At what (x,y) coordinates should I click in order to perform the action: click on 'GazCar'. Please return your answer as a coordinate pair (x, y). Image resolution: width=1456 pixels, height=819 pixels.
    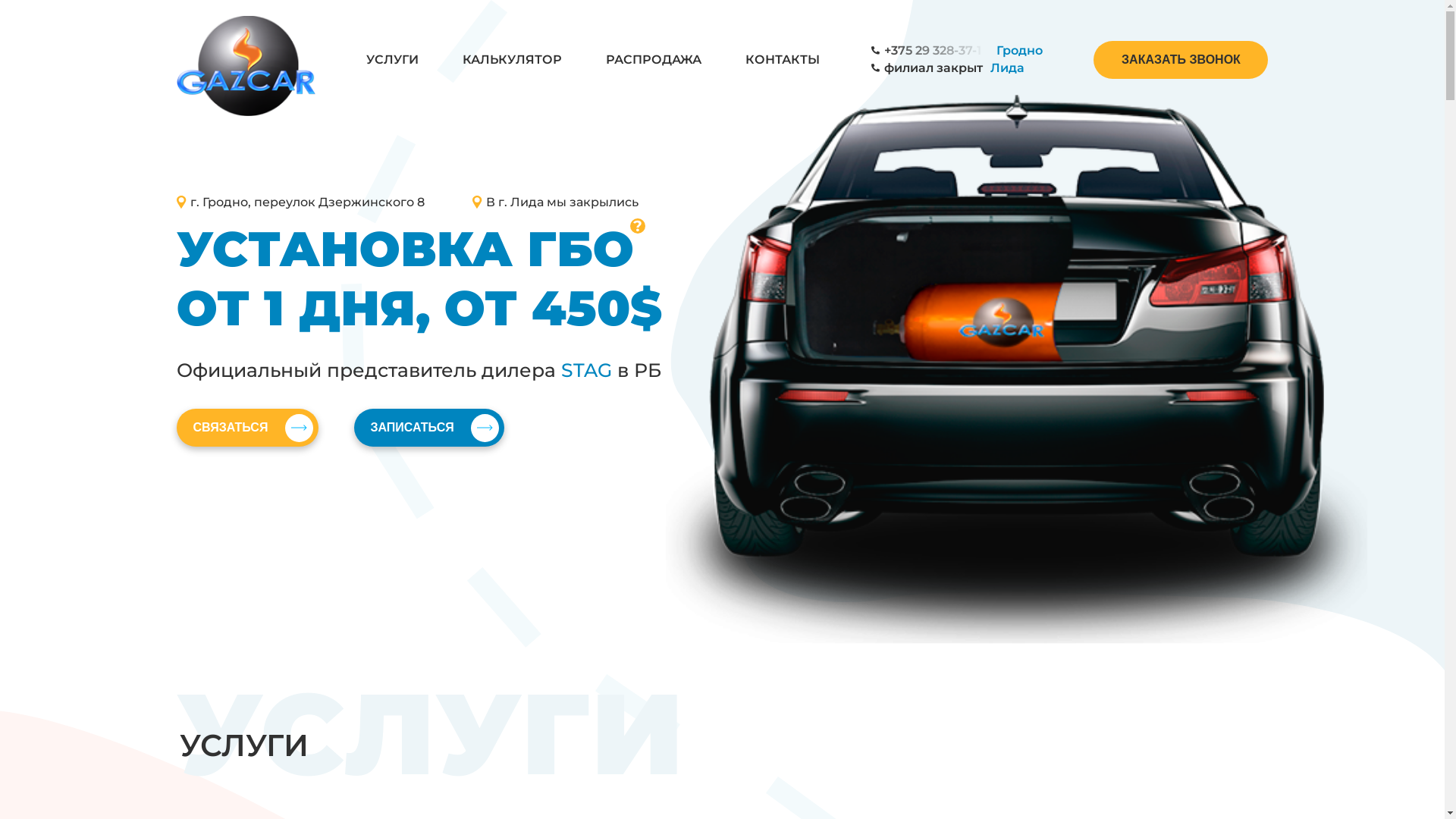
    Looking at the image, I should click on (245, 57).